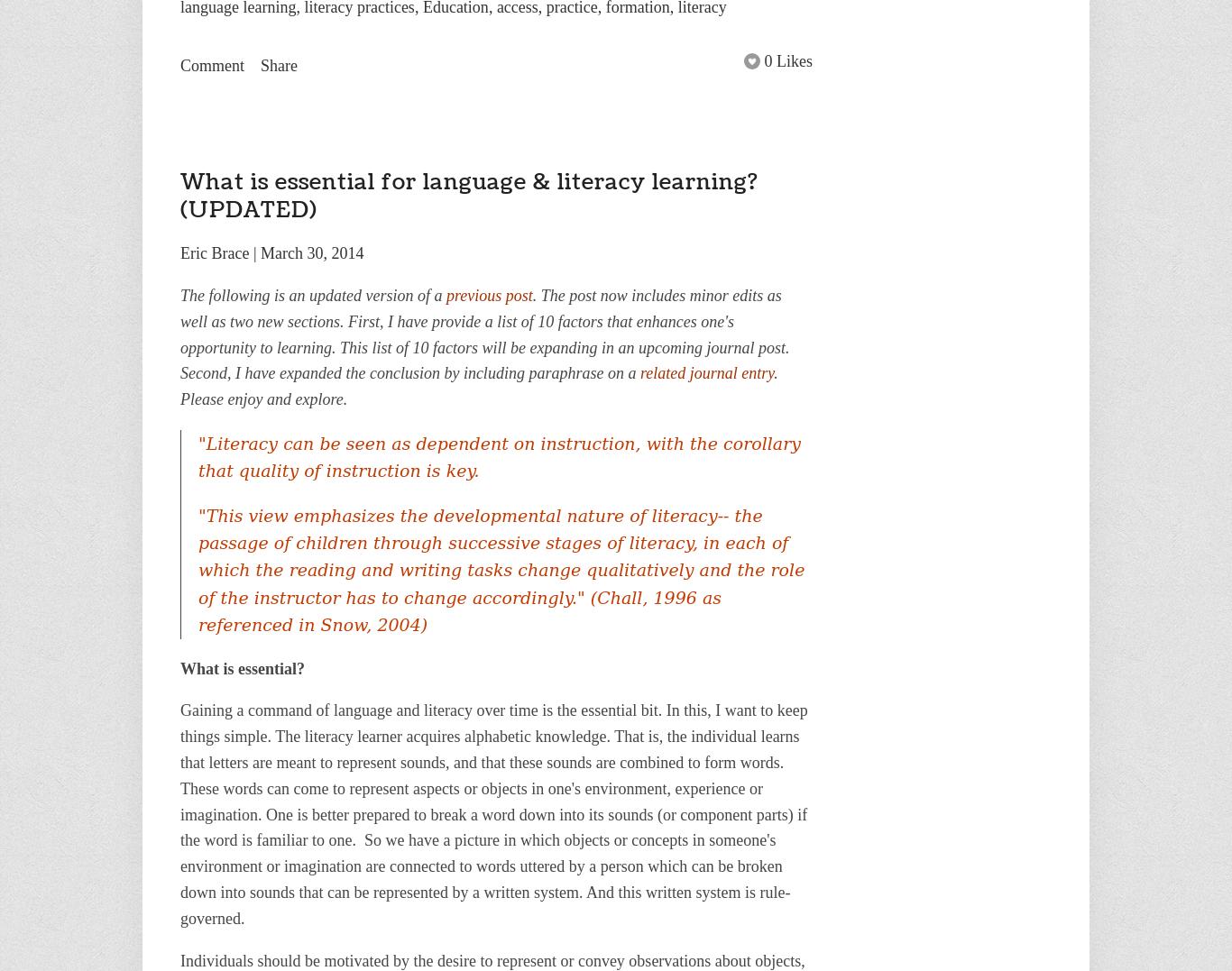 The image size is (1232, 971). I want to click on 'What is essential for language & literacy learning? (UPDATED)', so click(469, 195).